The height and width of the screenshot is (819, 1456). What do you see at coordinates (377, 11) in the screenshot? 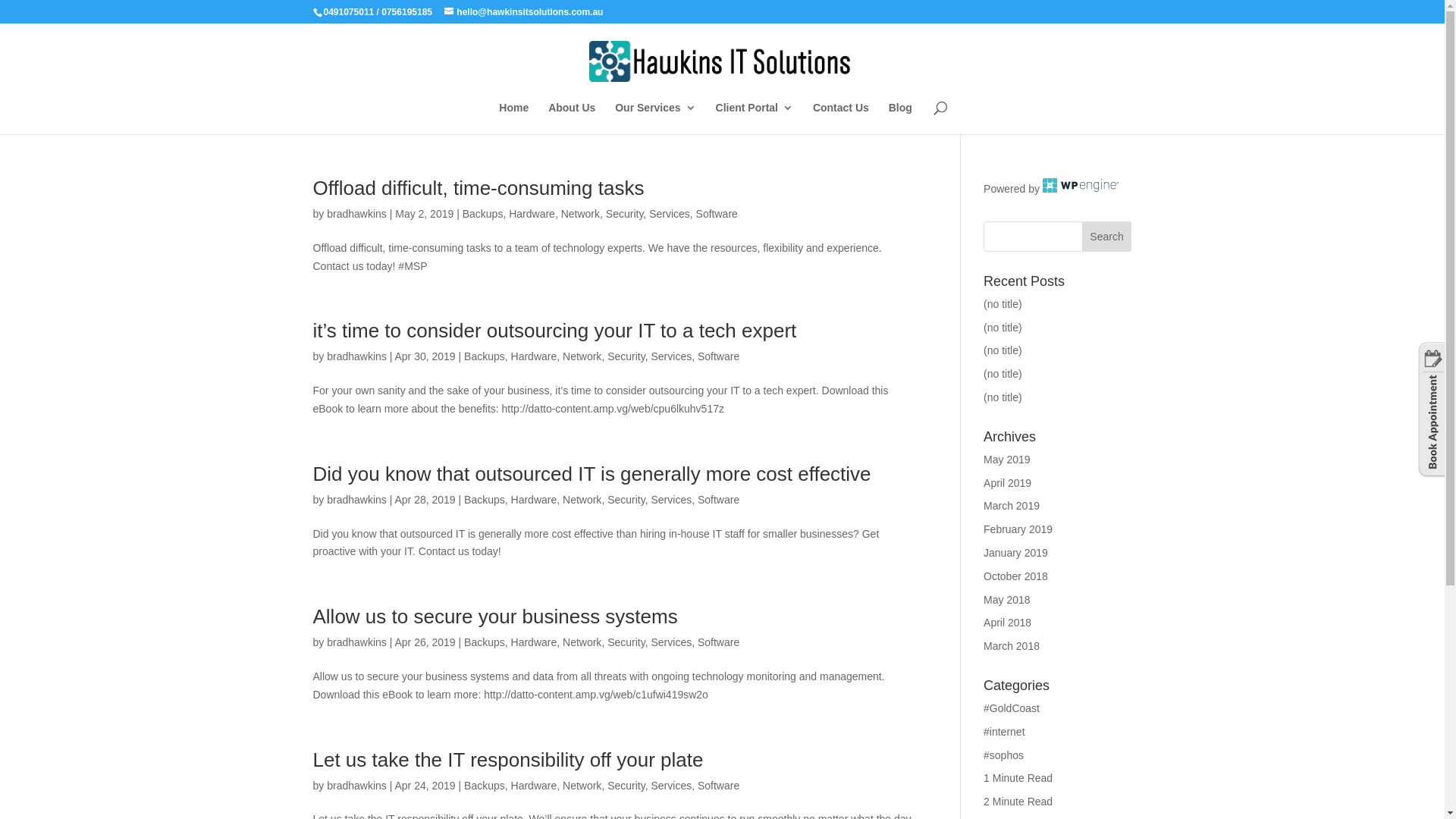
I see `'/ 0756195185'` at bounding box center [377, 11].